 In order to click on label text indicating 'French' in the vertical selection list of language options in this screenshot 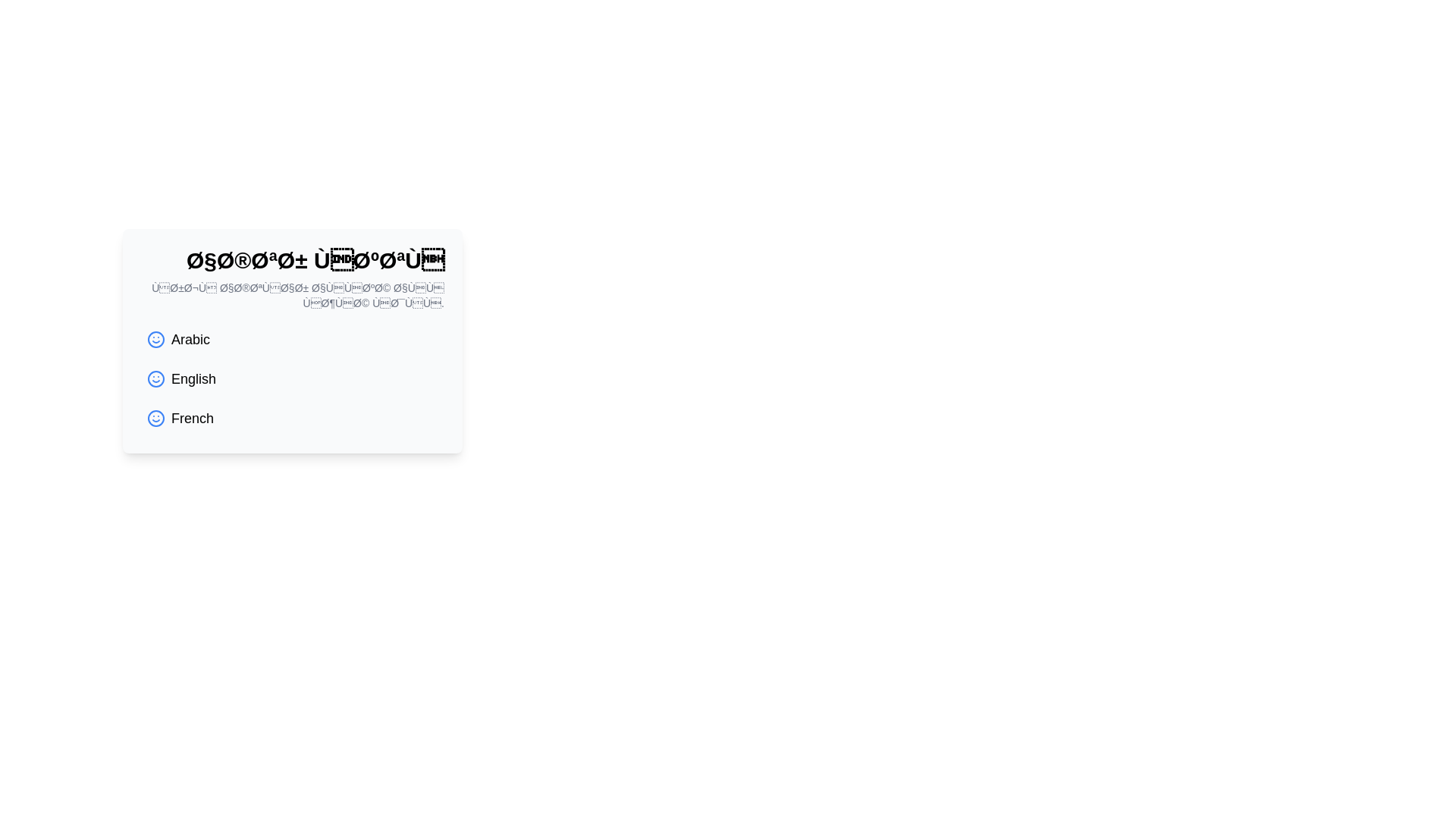, I will do `click(192, 418)`.